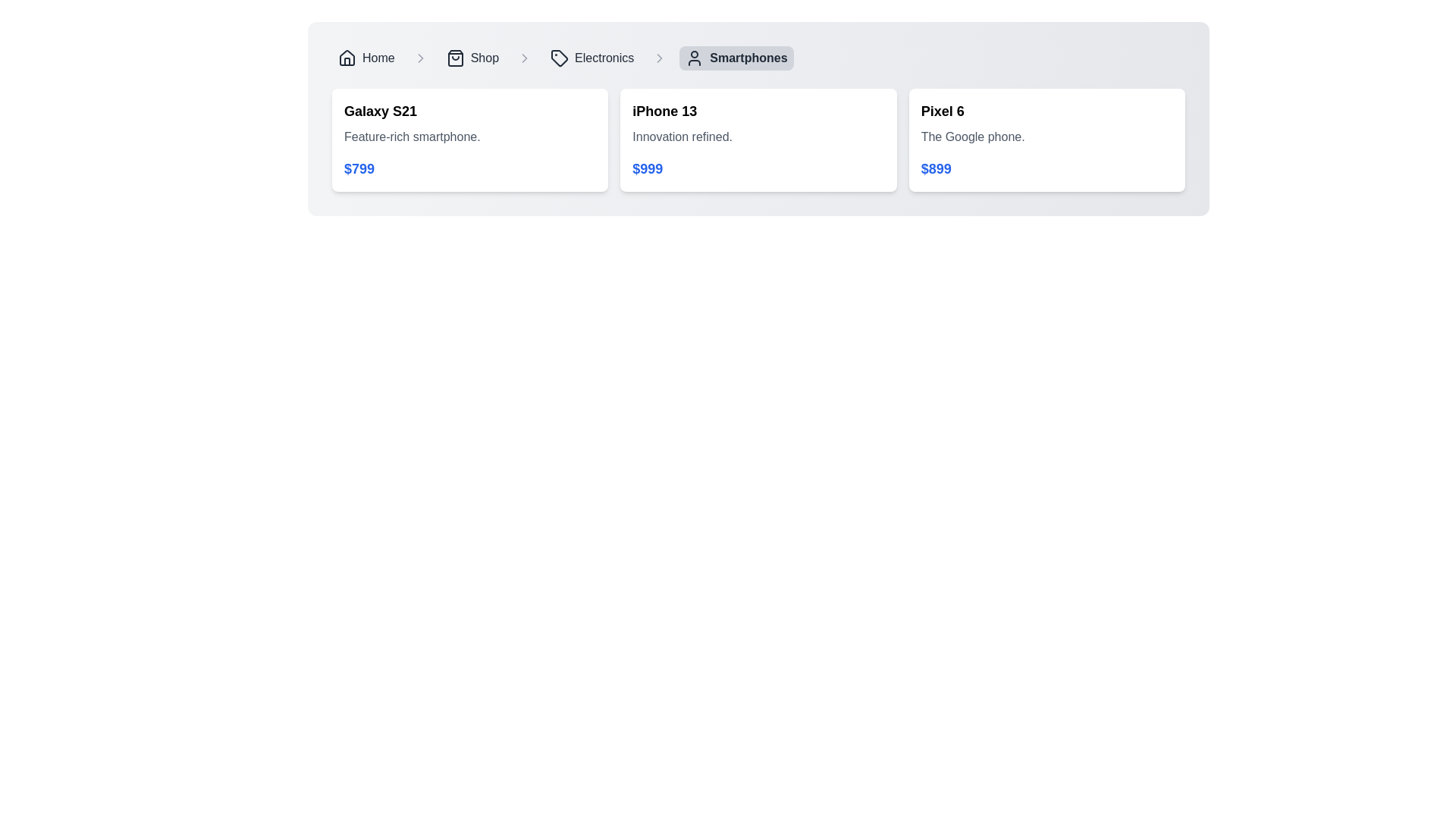  What do you see at coordinates (559, 58) in the screenshot?
I see `the 'Electronics' icon in the breadcrumb navigation, which is positioned between 'Shop' and 'Smartphones'` at bounding box center [559, 58].